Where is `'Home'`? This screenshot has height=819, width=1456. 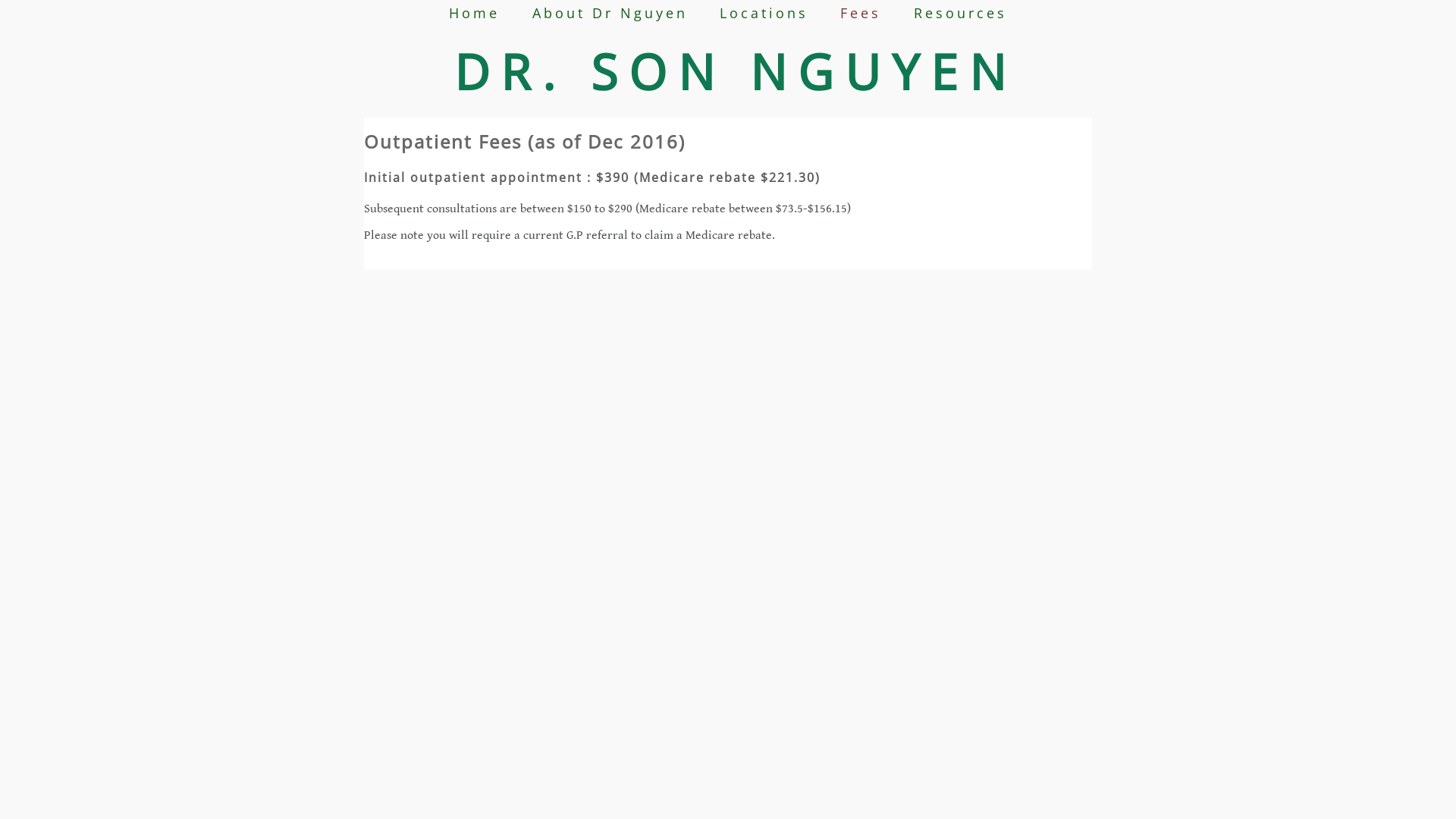
'Home' is located at coordinates (473, 12).